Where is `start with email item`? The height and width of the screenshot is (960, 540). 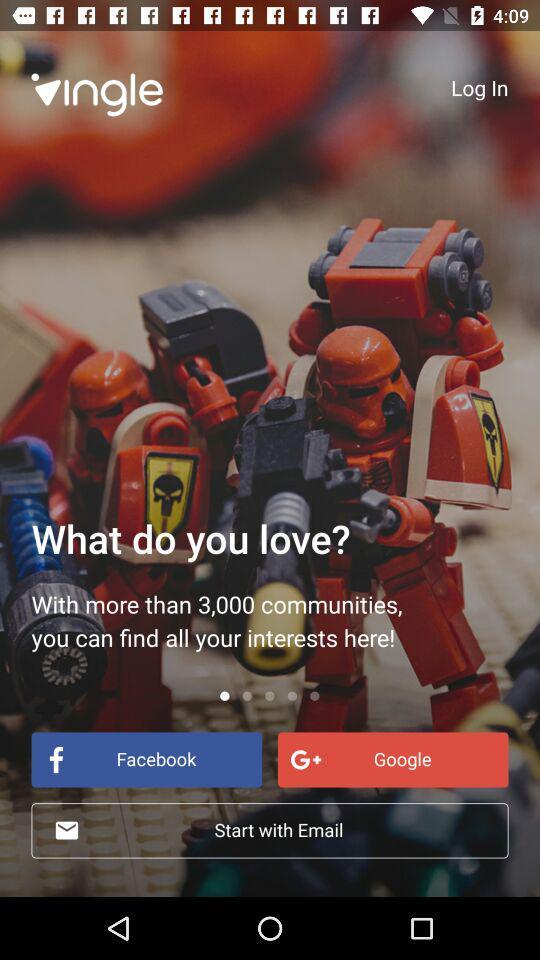
start with email item is located at coordinates (270, 830).